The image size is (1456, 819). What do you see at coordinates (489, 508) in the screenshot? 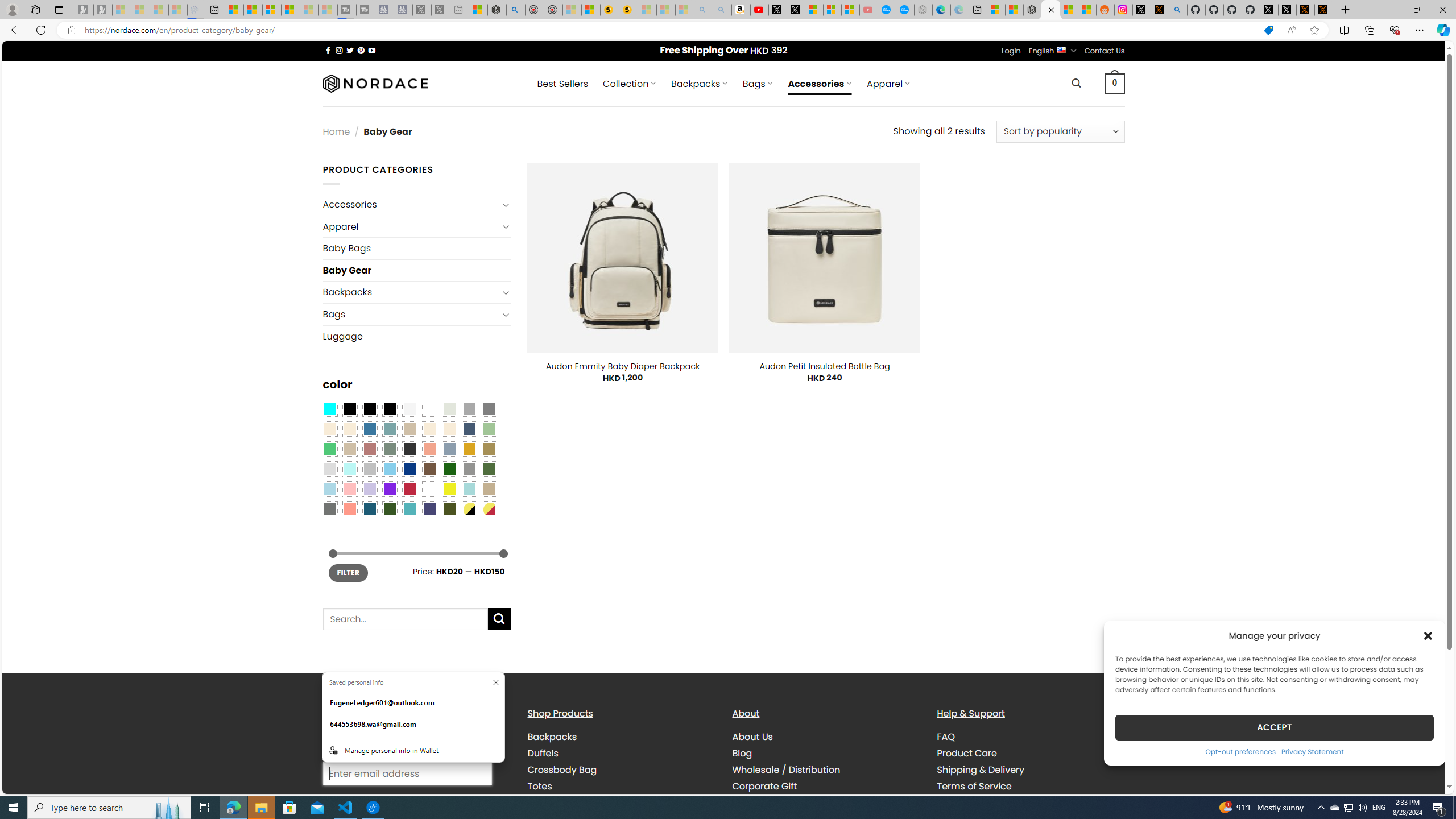
I see `'Yellow-Red'` at bounding box center [489, 508].